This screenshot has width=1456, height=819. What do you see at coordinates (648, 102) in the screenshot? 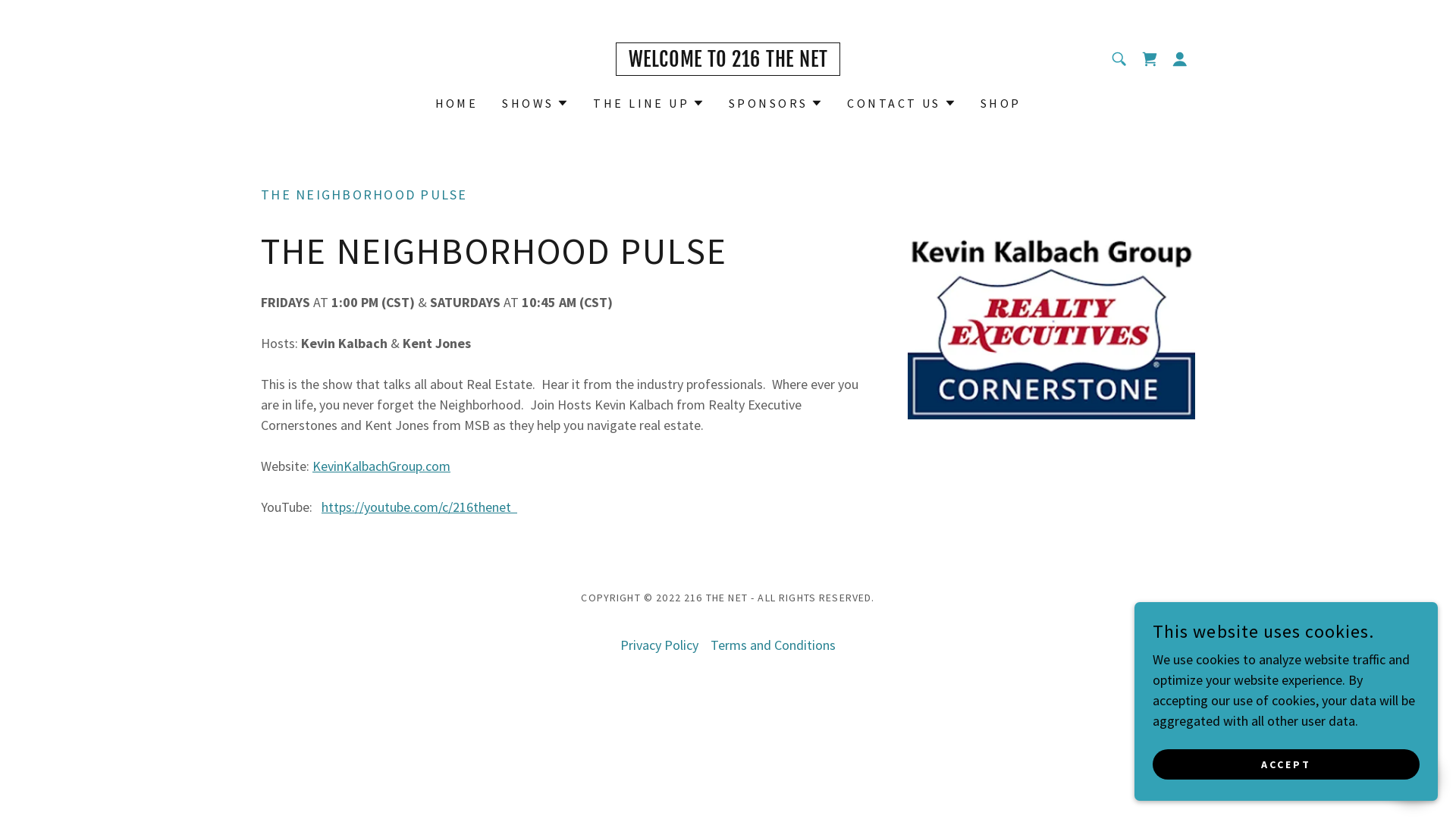
I see `'THE LINE UP'` at bounding box center [648, 102].